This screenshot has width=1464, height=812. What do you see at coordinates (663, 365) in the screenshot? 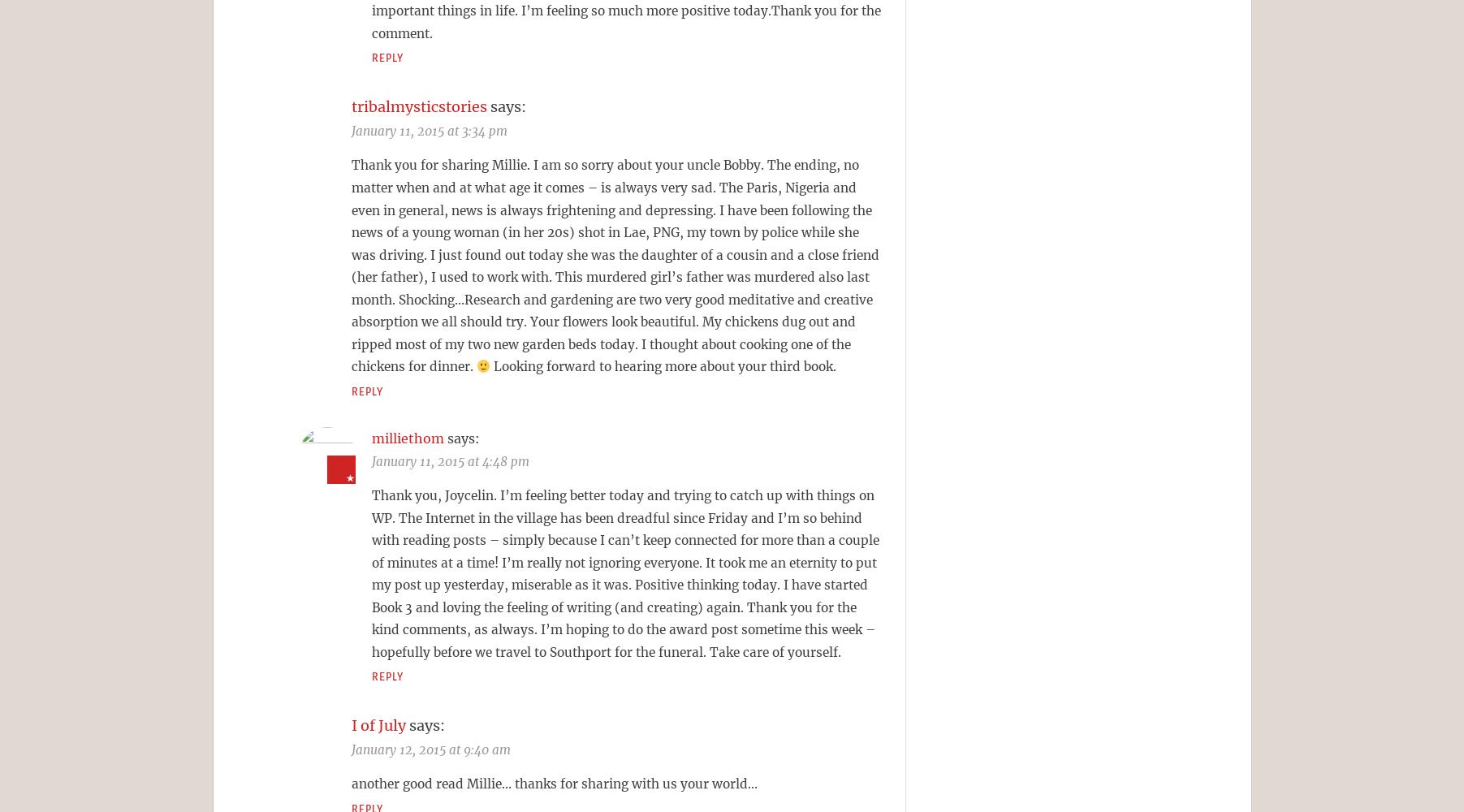
I see `'Looking forward to hearing more about your third book.'` at bounding box center [663, 365].